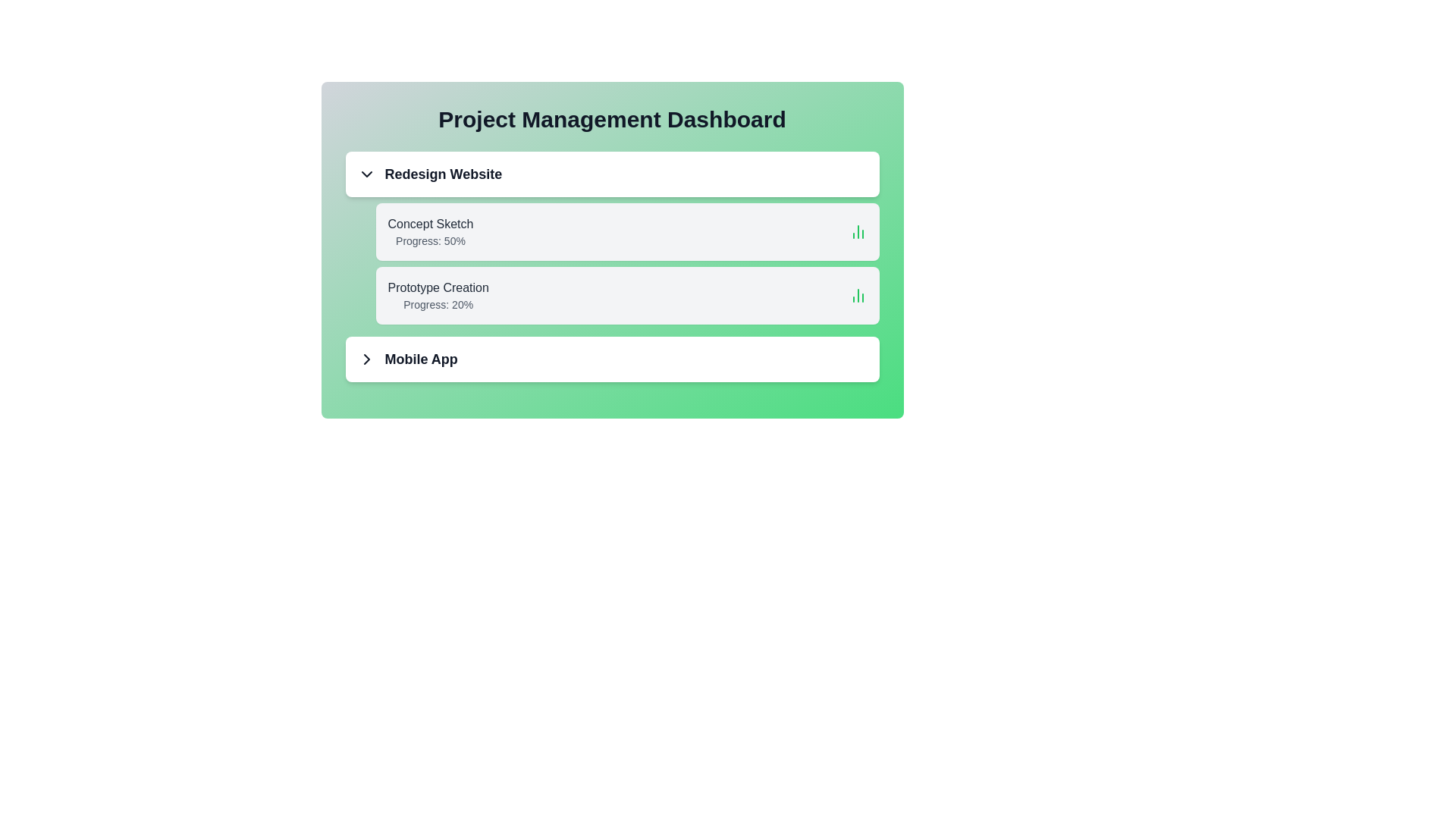  Describe the element at coordinates (858, 231) in the screenshot. I see `the progress icon next to the task 'Concept Sketch' to view additional insights or actions` at that location.